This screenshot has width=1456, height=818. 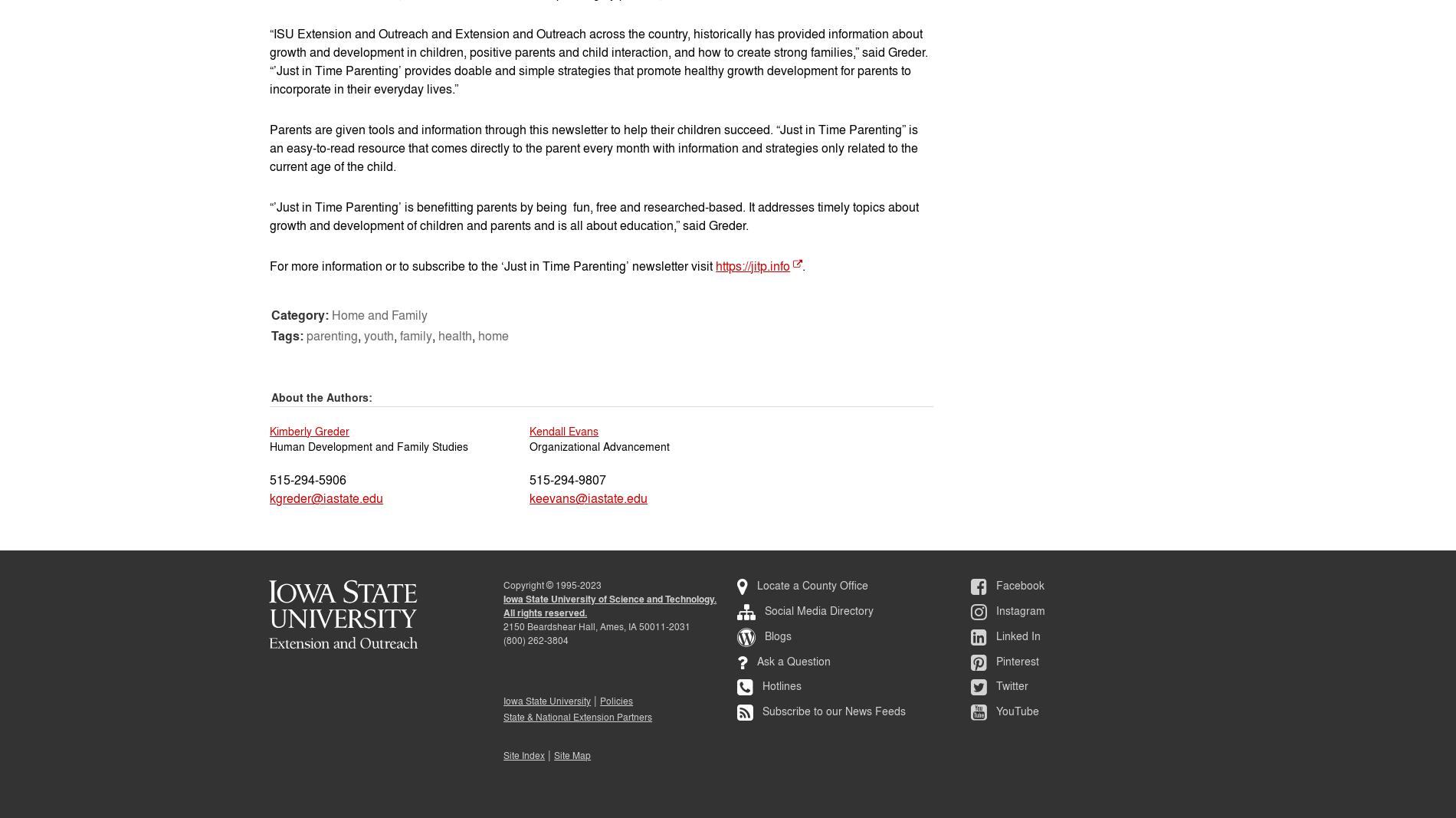 I want to click on 'Copyright © 1995-', so click(x=541, y=584).